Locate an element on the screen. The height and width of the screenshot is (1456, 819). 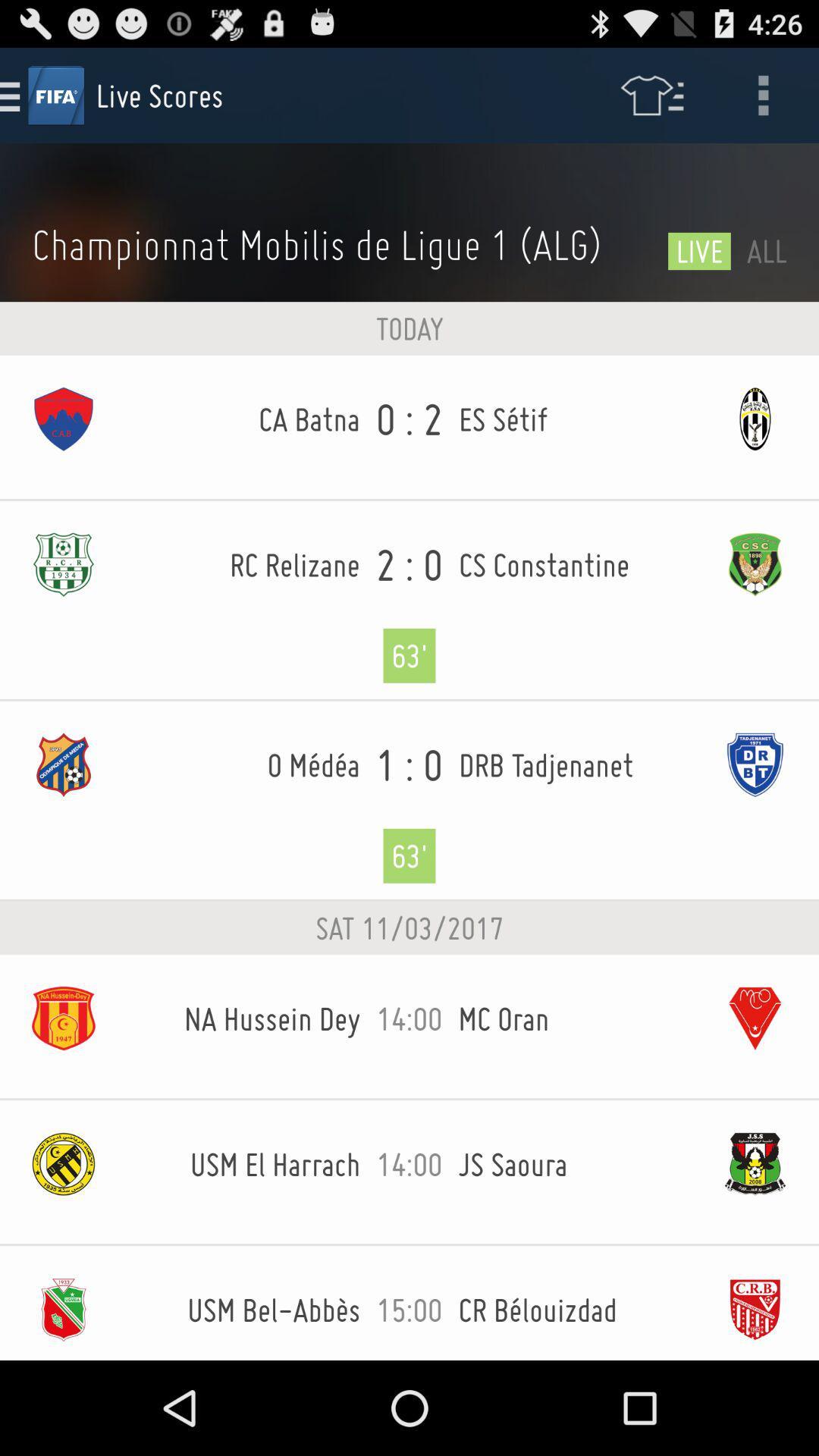
the sat 11 03 is located at coordinates (409, 927).